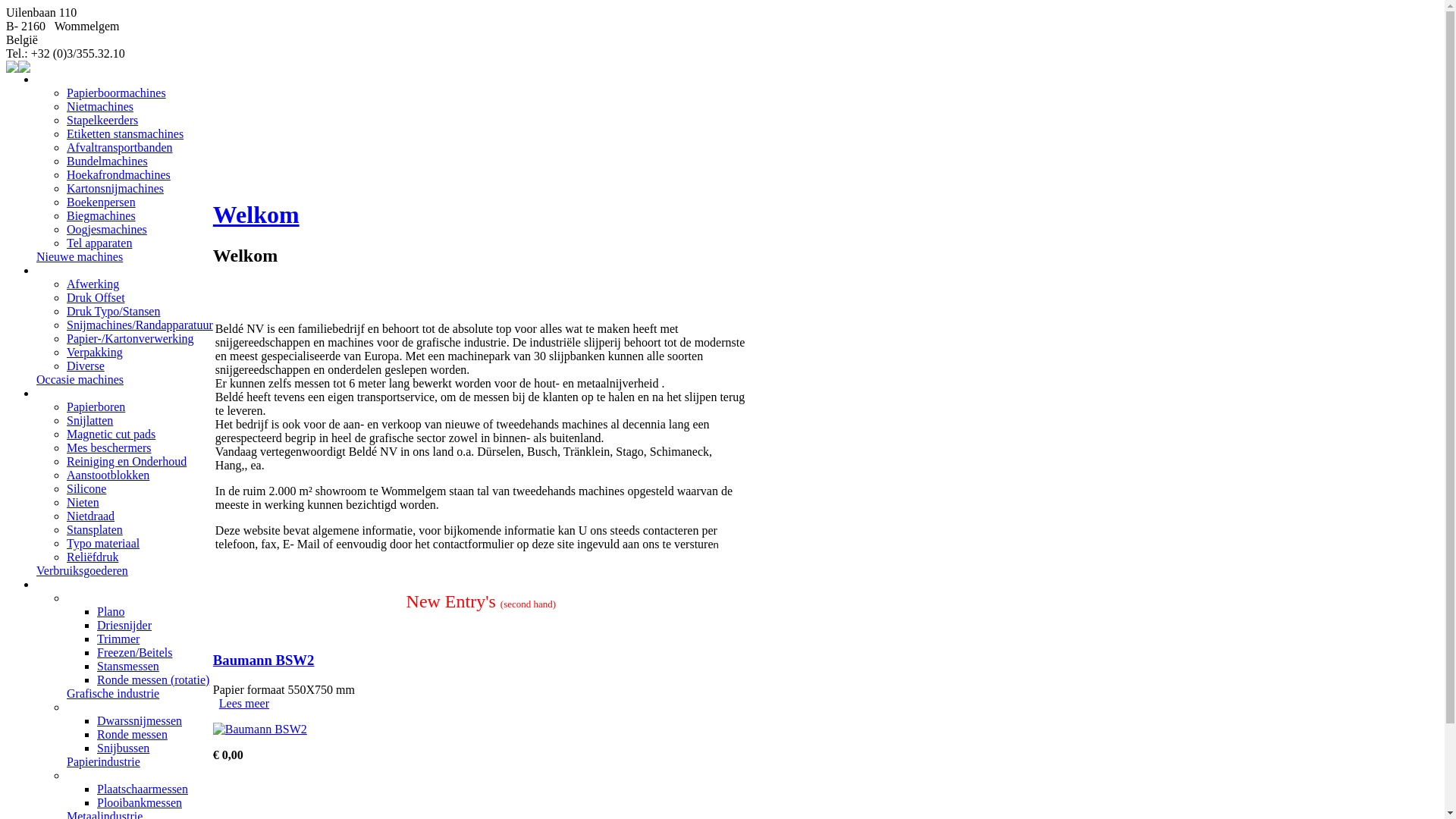  What do you see at coordinates (139, 802) in the screenshot?
I see `'Plooibankmessen'` at bounding box center [139, 802].